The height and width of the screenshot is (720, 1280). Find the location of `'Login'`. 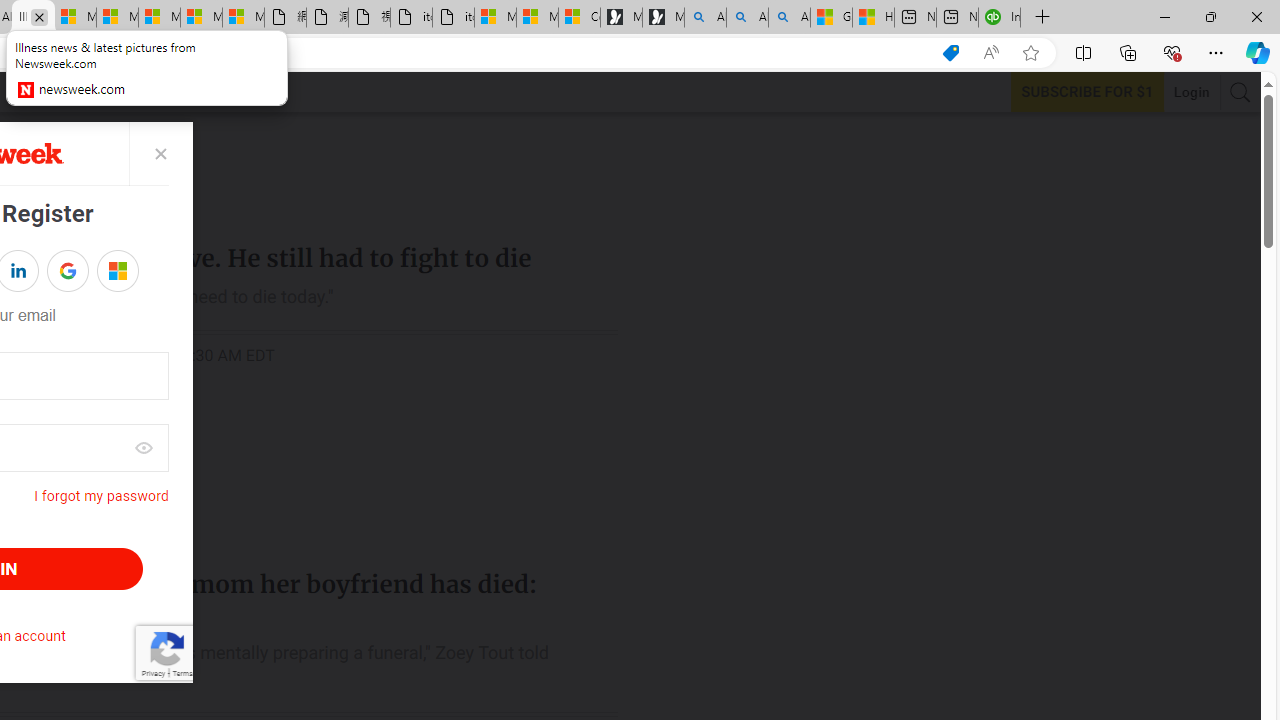

'Login' is located at coordinates (1192, 92).